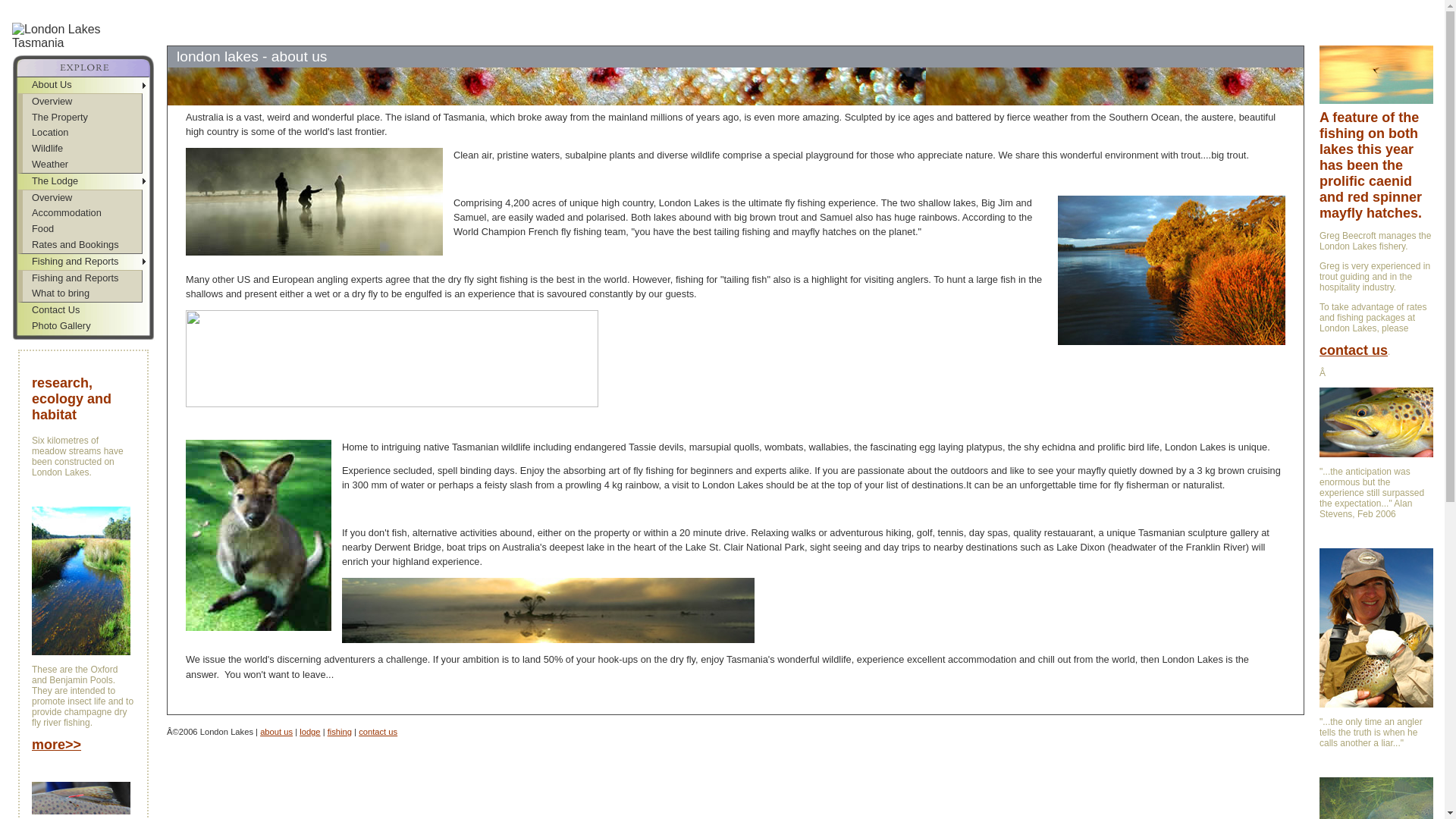  What do you see at coordinates (81, 197) in the screenshot?
I see `'Overview'` at bounding box center [81, 197].